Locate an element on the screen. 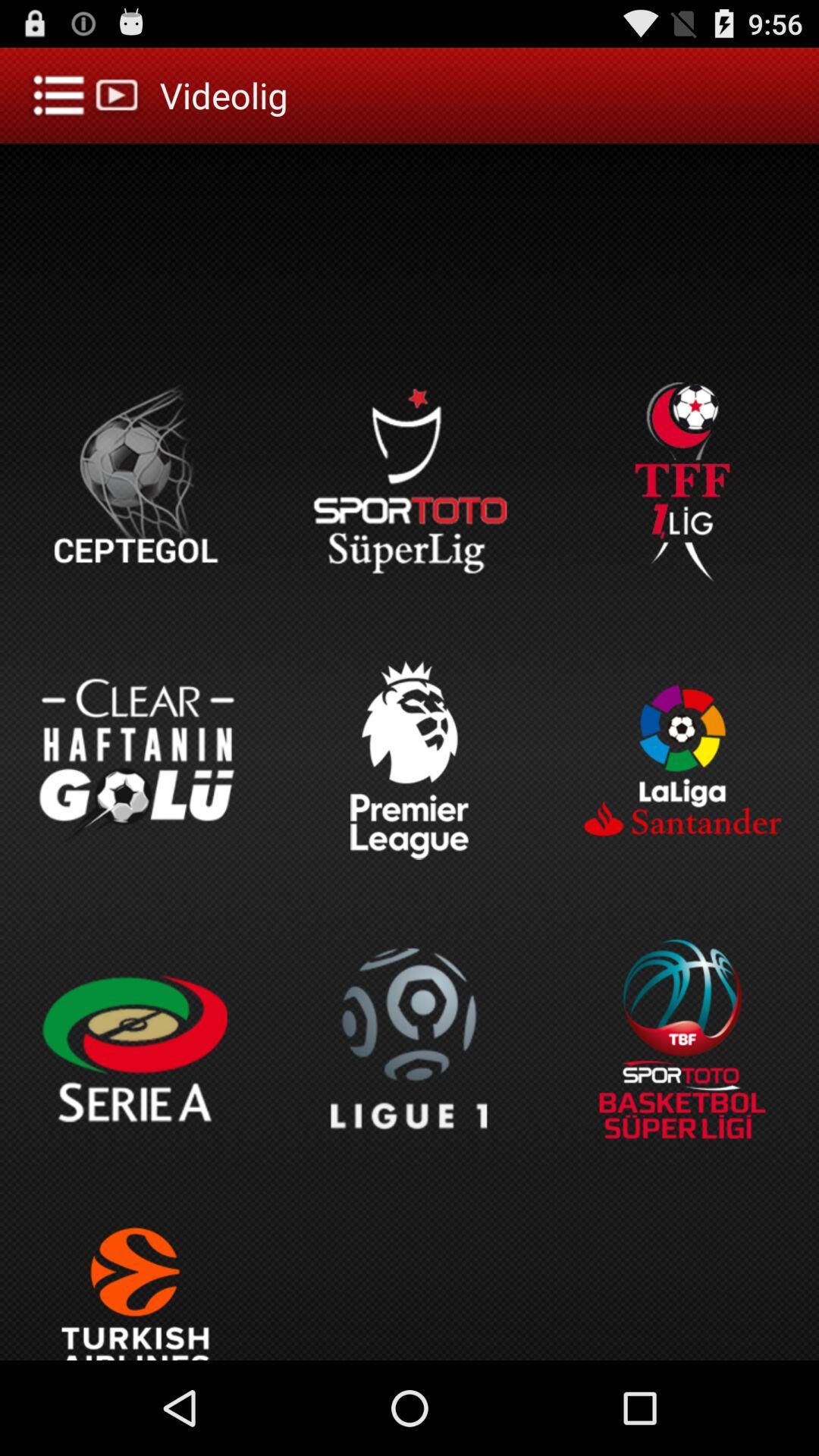 The image size is (819, 1456). the button which is below to the clear haftanin golu is located at coordinates (136, 1038).